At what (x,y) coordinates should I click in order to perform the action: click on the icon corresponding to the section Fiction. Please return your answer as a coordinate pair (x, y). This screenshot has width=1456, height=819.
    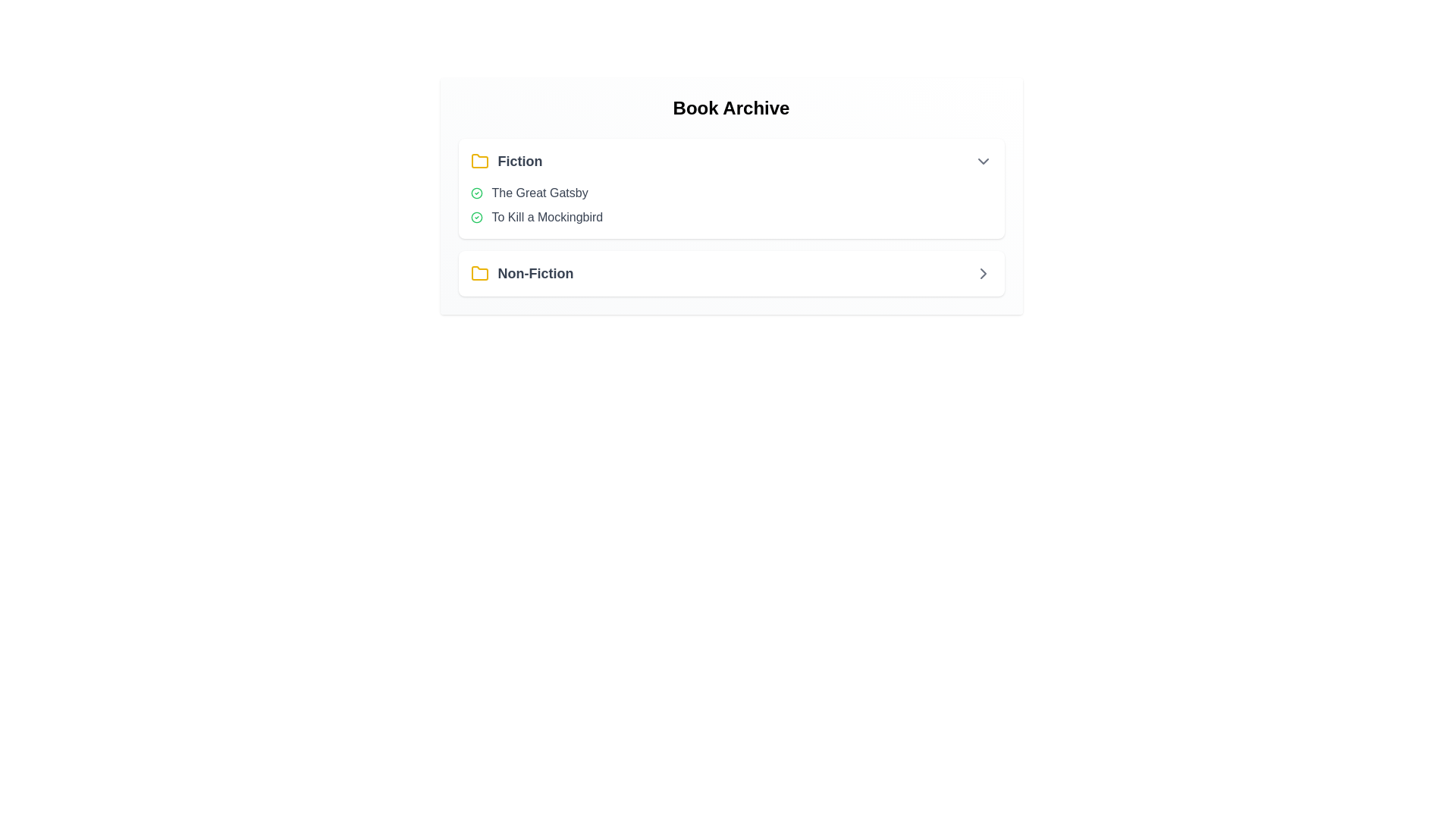
    Looking at the image, I should click on (479, 161).